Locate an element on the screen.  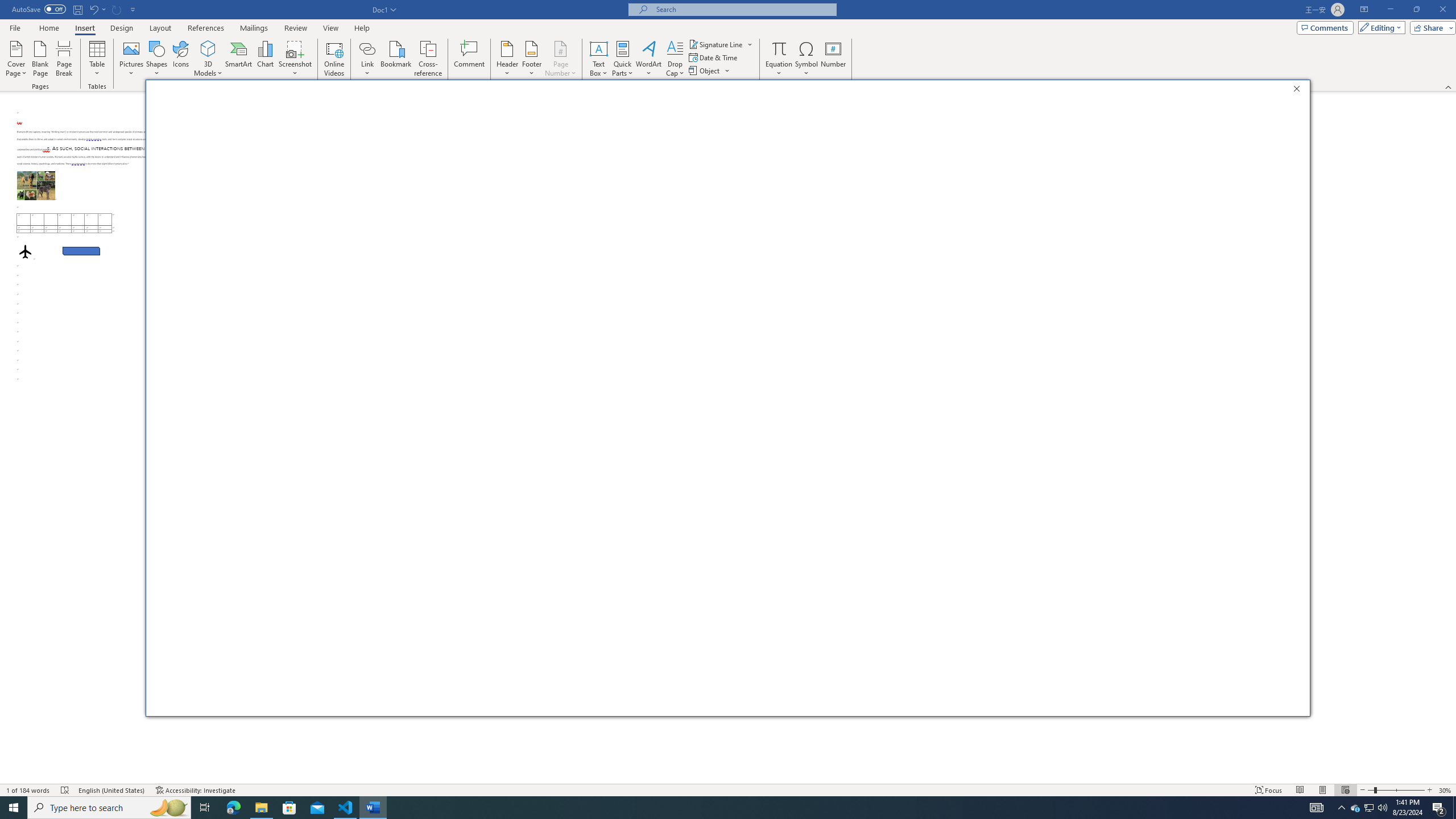
'Date & Time...' is located at coordinates (714, 56).